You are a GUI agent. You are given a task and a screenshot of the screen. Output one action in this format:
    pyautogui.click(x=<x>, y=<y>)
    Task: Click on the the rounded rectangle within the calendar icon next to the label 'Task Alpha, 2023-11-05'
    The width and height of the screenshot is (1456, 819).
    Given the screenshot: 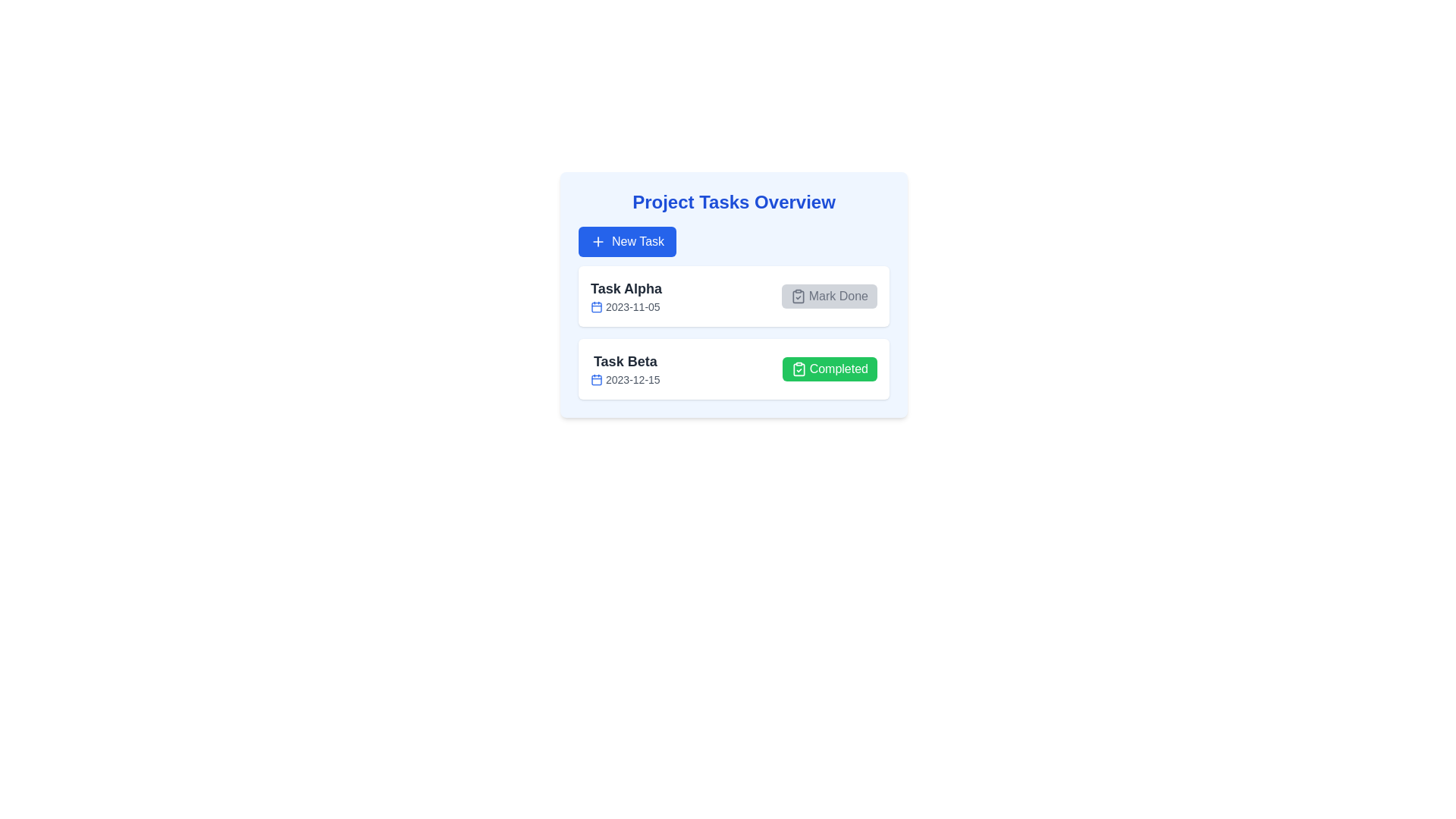 What is the action you would take?
    pyautogui.click(x=596, y=307)
    